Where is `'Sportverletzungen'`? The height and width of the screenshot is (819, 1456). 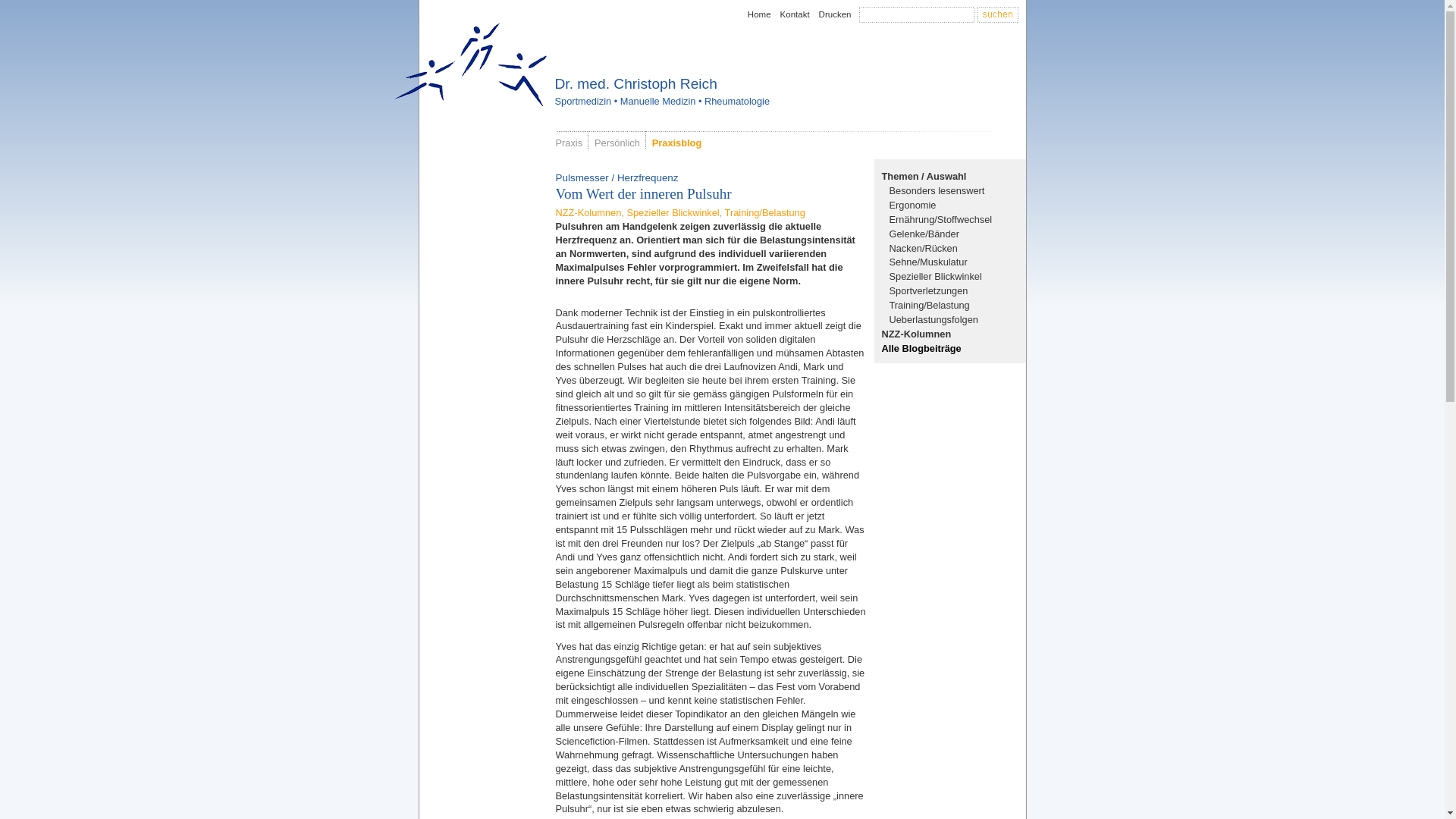
'Sportverletzungen' is located at coordinates (927, 290).